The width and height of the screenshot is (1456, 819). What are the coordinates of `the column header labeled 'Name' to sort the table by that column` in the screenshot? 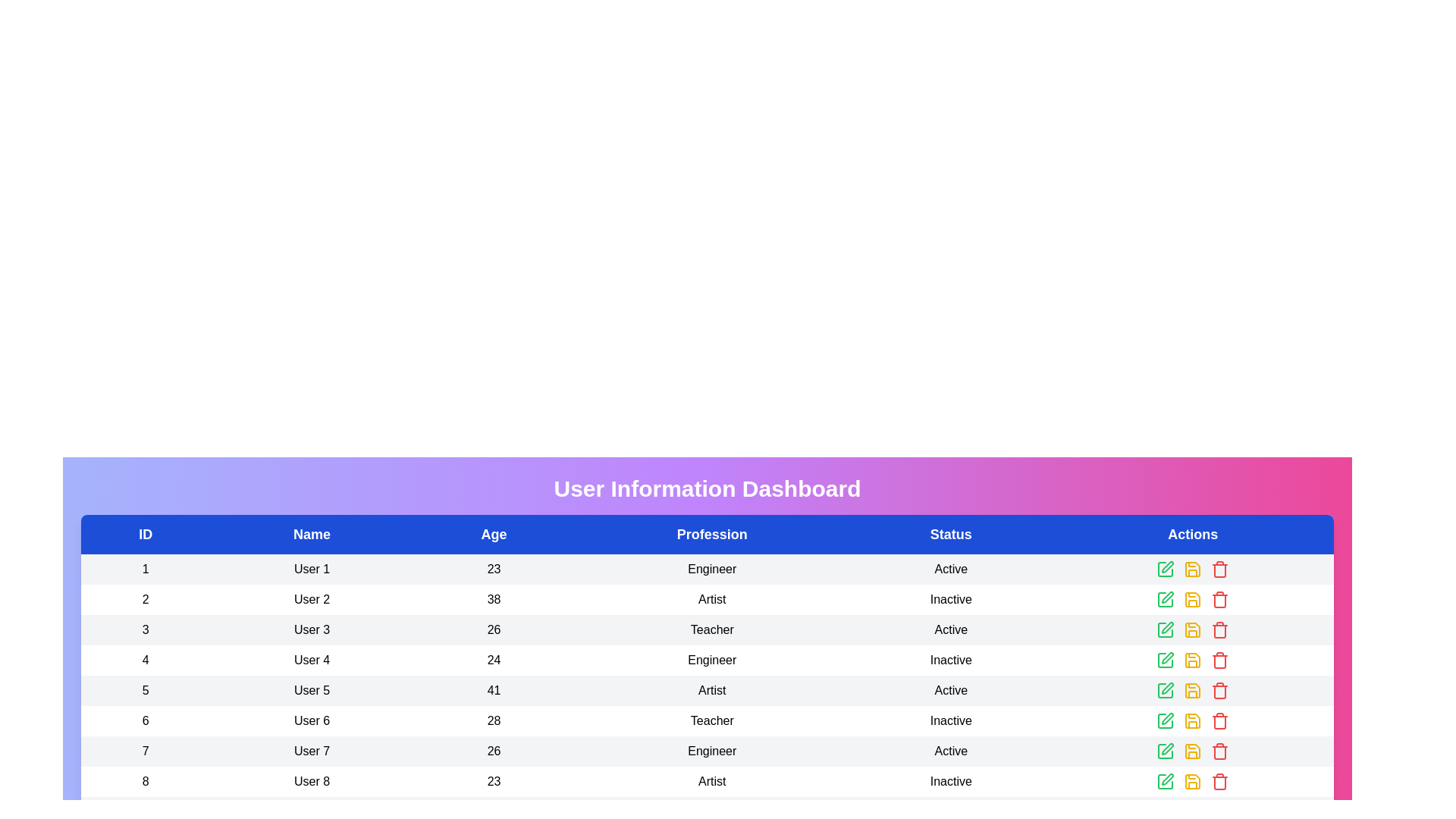 It's located at (311, 534).